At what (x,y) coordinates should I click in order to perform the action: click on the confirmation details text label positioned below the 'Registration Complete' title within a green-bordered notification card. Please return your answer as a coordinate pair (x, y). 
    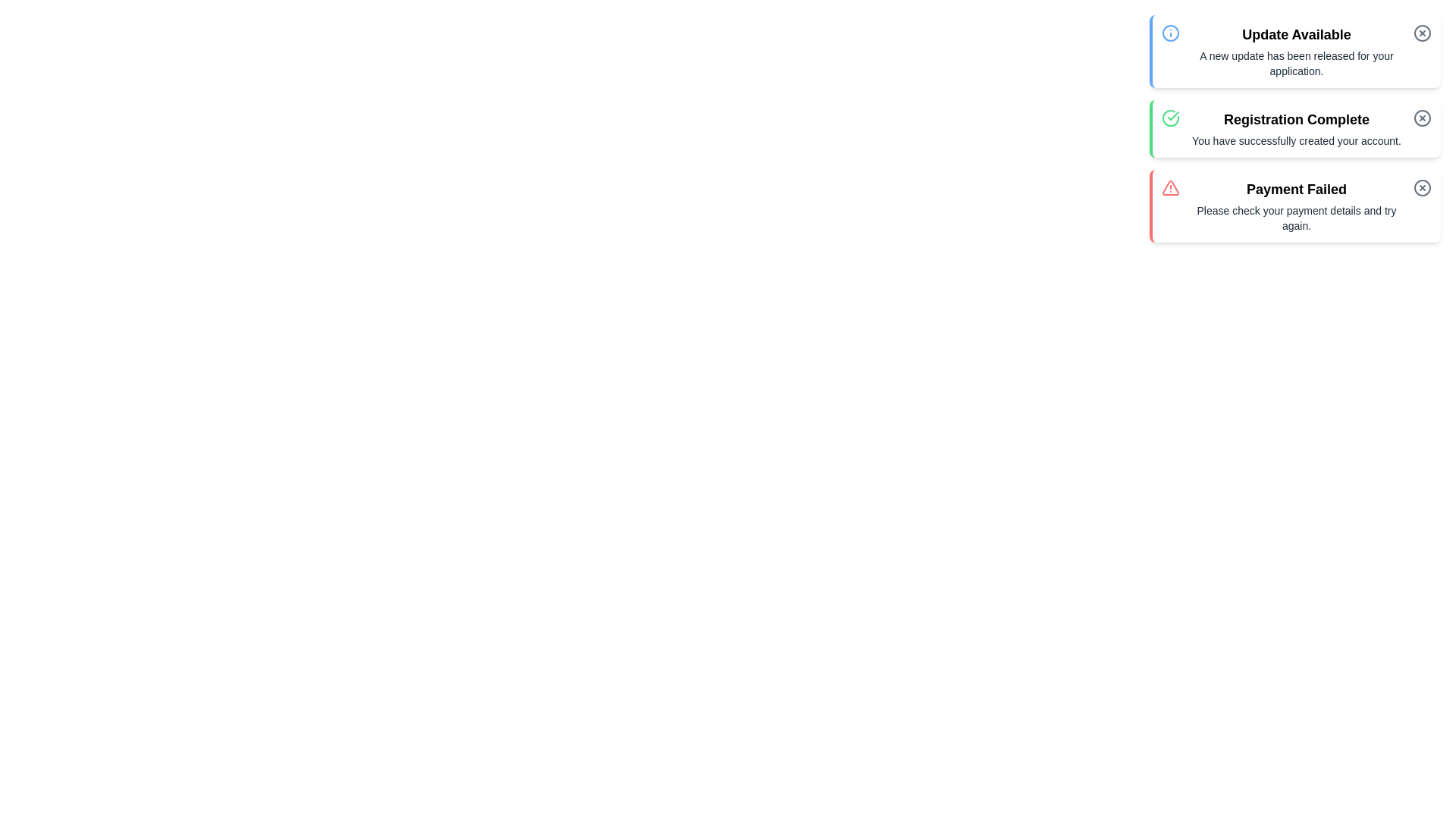
    Looking at the image, I should click on (1295, 140).